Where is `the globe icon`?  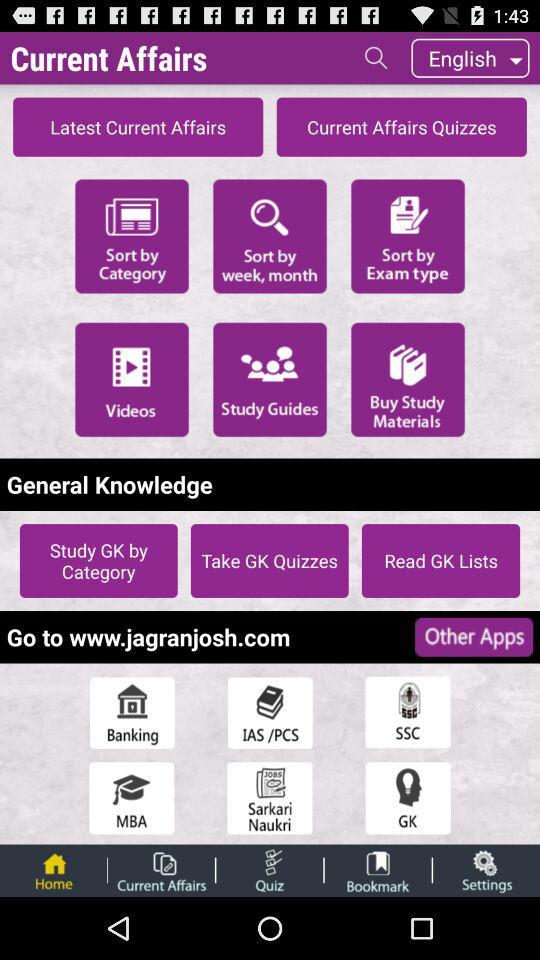 the globe icon is located at coordinates (485, 931).